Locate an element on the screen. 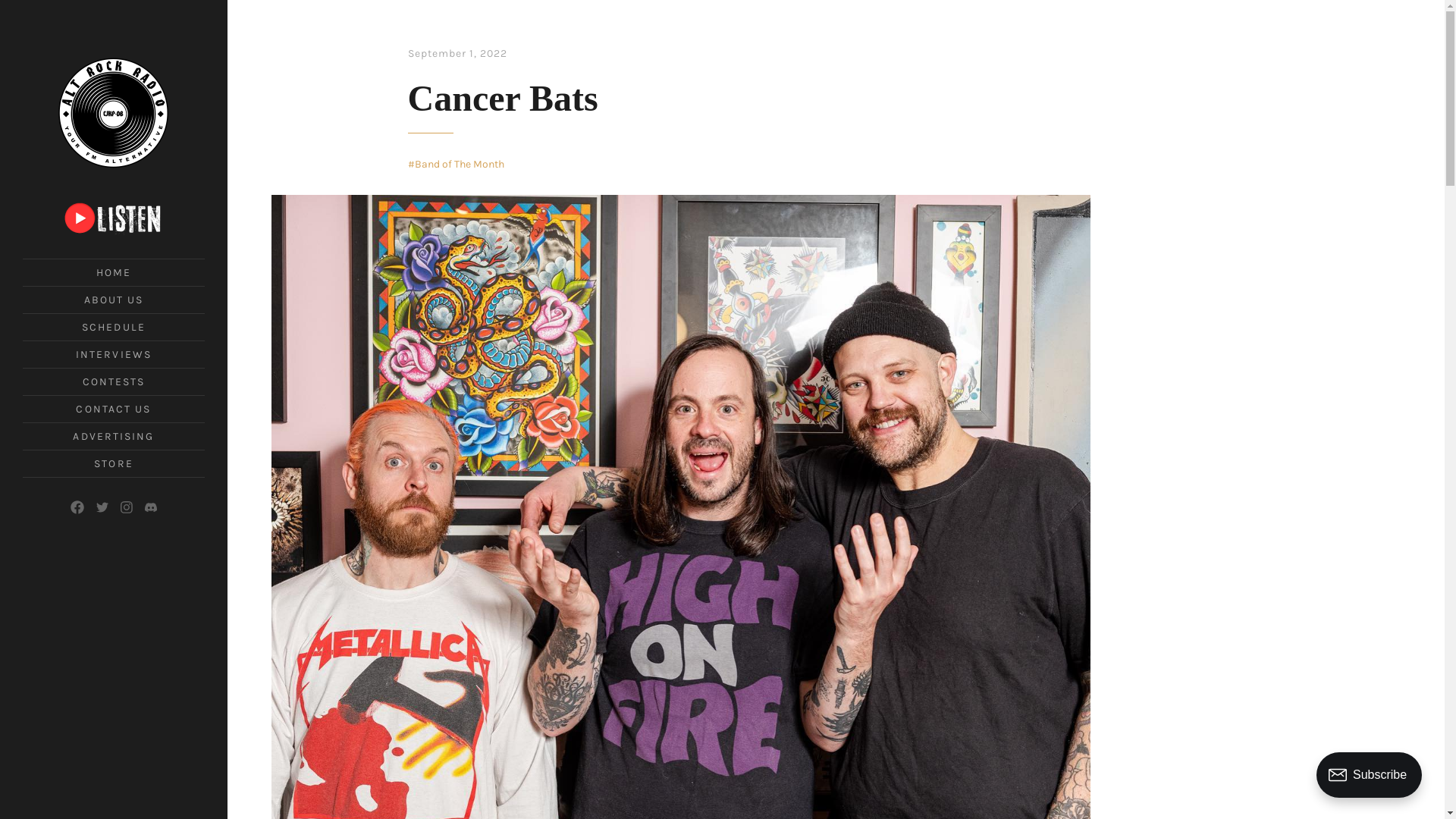 The image size is (1456, 819). 'HOME' is located at coordinates (112, 271).